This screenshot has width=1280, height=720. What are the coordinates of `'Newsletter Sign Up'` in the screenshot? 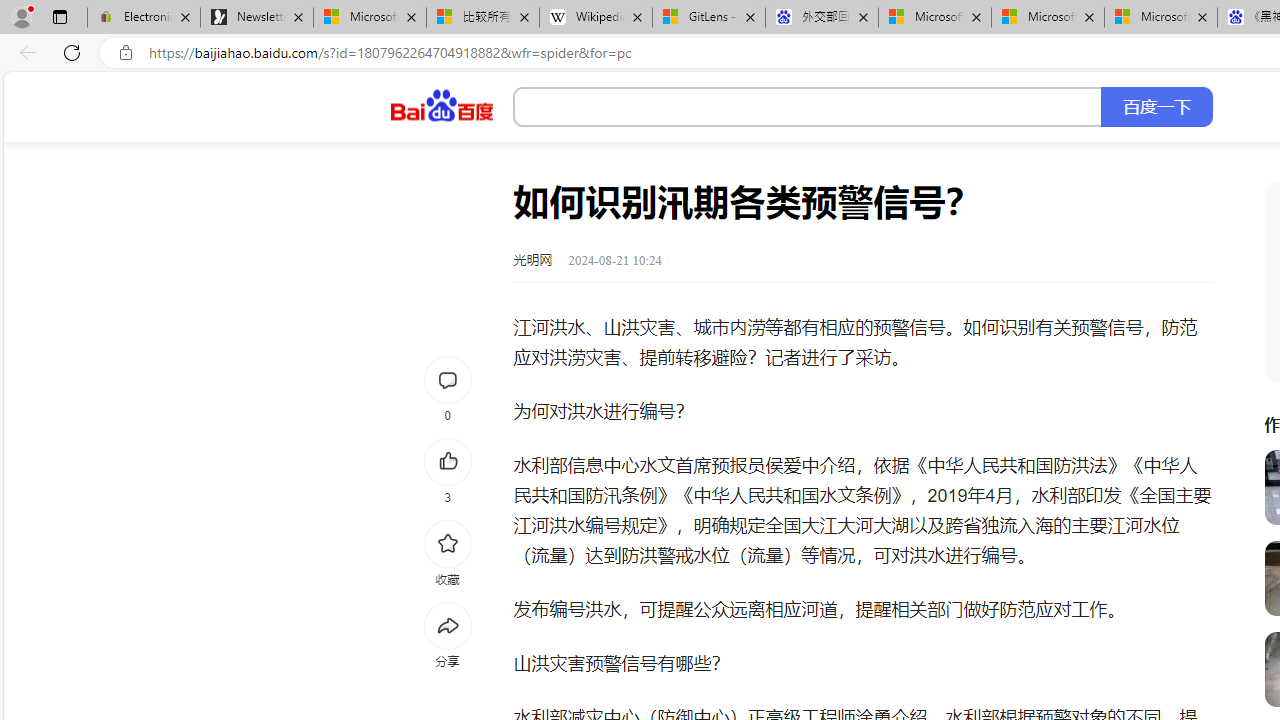 It's located at (256, 17).